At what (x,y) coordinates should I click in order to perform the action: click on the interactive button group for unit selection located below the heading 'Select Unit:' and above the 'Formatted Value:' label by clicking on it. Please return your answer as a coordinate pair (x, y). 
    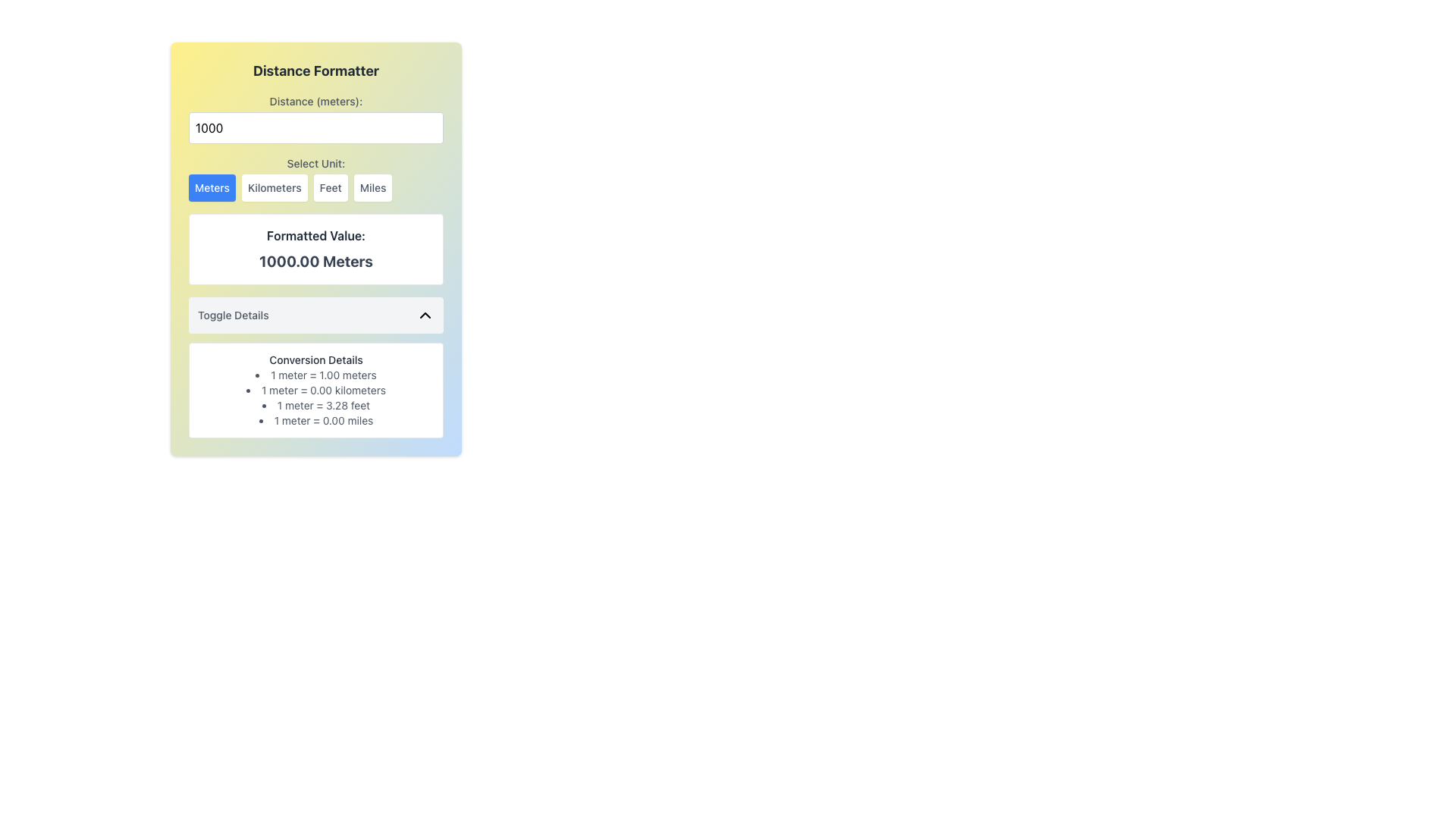
    Looking at the image, I should click on (315, 187).